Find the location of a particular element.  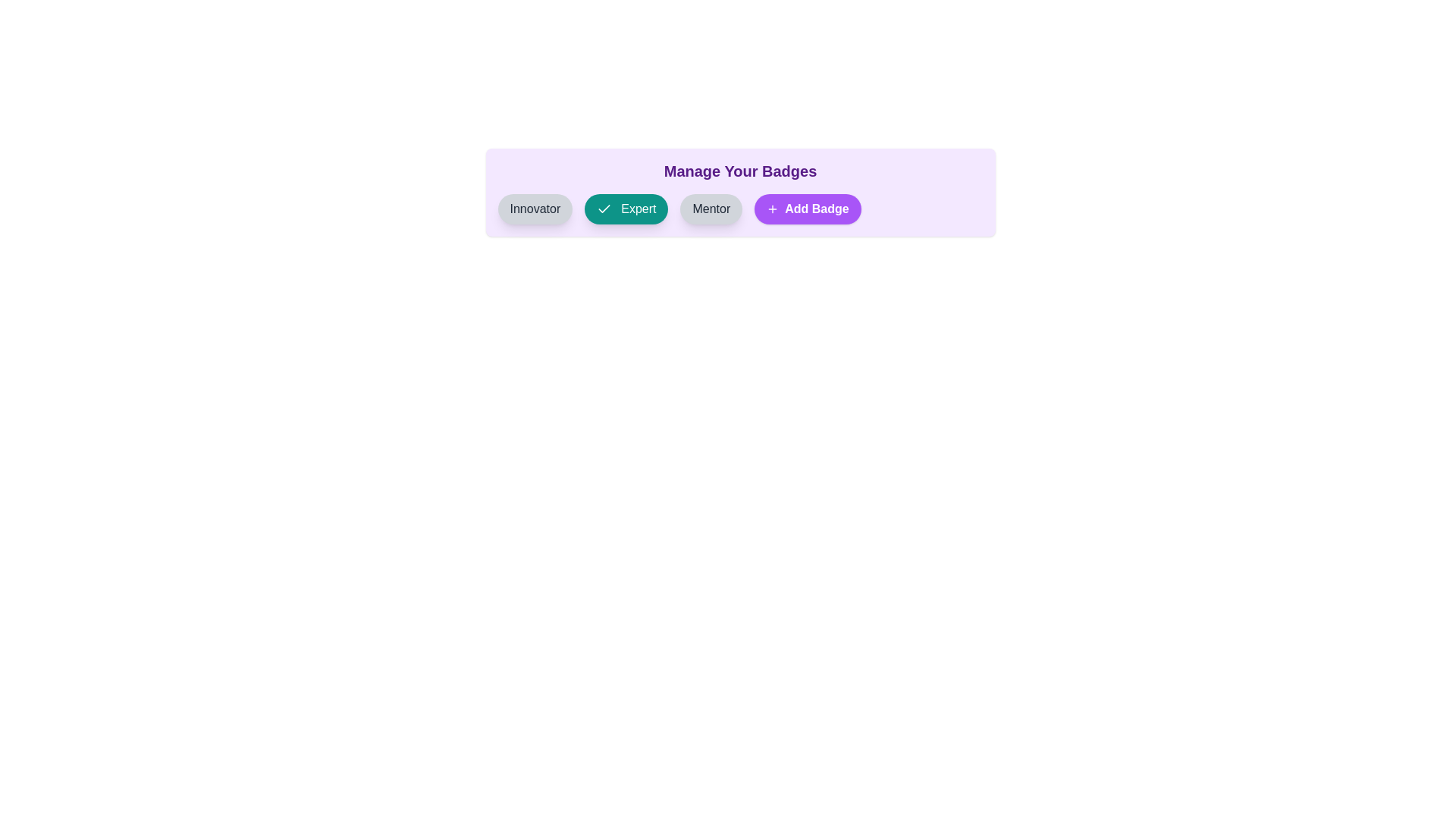

the badge labeled Innovator to observe its hover effect is located at coordinates (535, 209).